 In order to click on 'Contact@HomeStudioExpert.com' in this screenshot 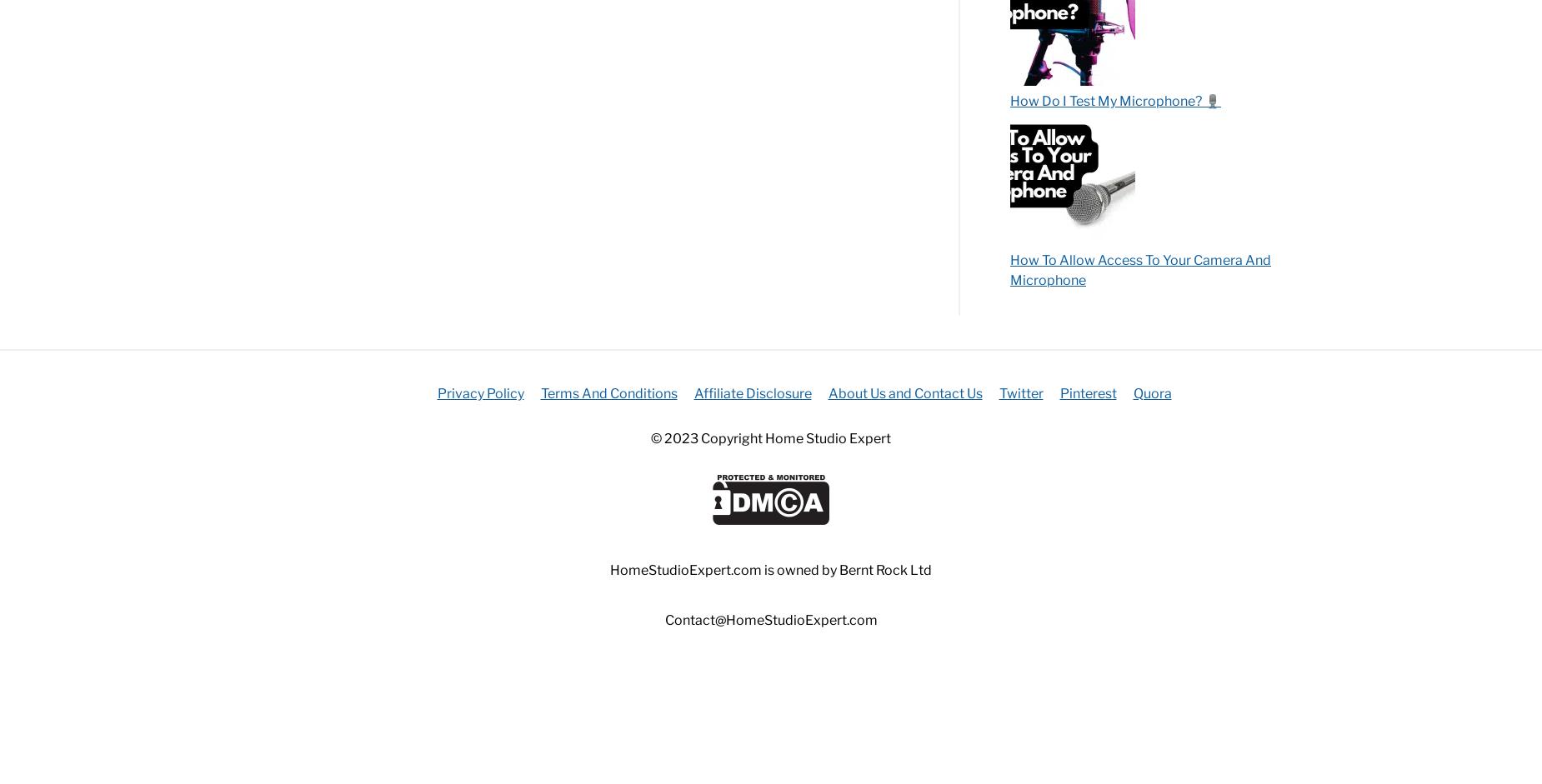, I will do `click(770, 619)`.